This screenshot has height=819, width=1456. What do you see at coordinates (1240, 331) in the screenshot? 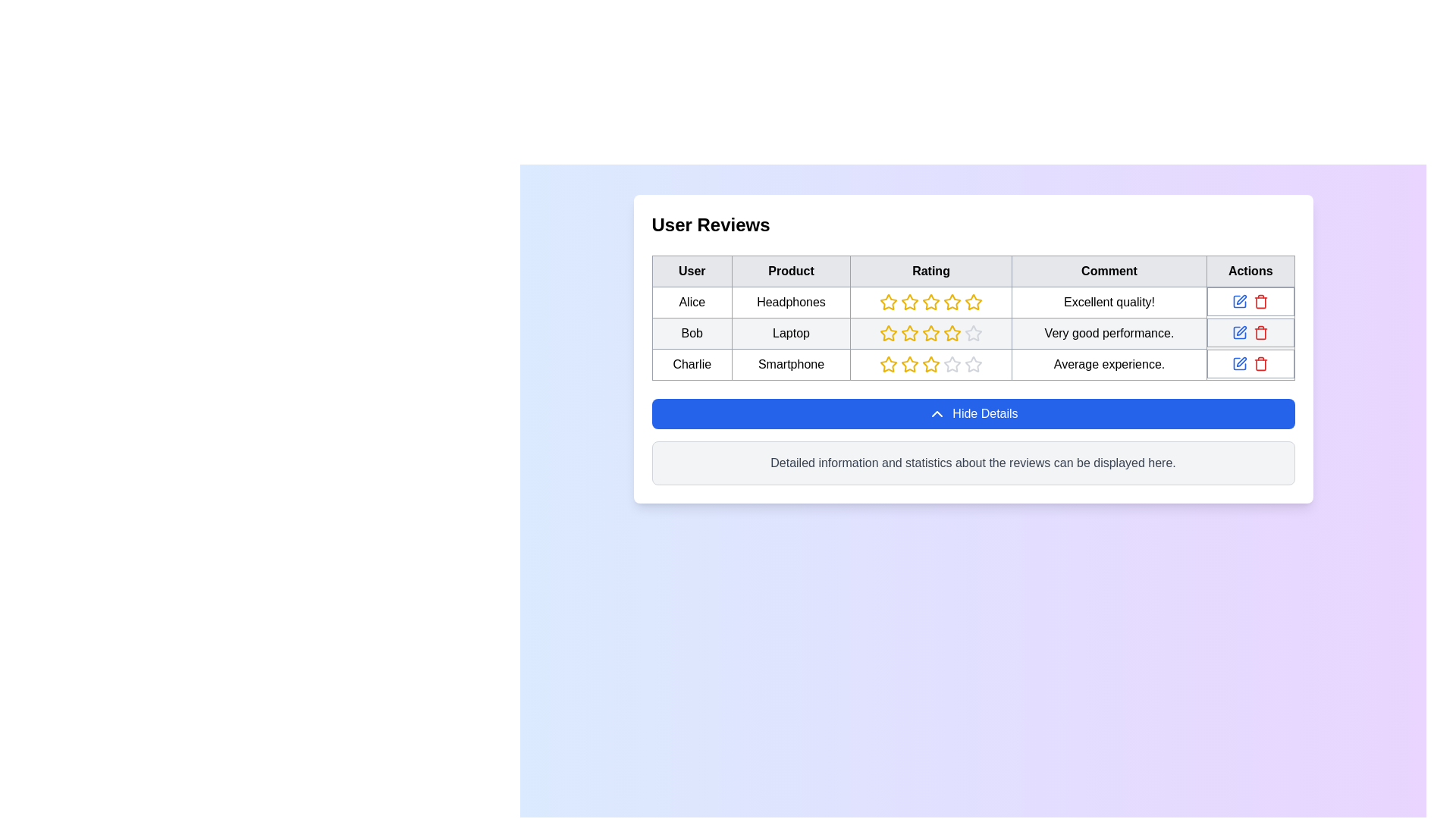
I see `the edit button in the Actions column of the table for the review by user 'Bob' on the product 'Laptop'` at bounding box center [1240, 331].